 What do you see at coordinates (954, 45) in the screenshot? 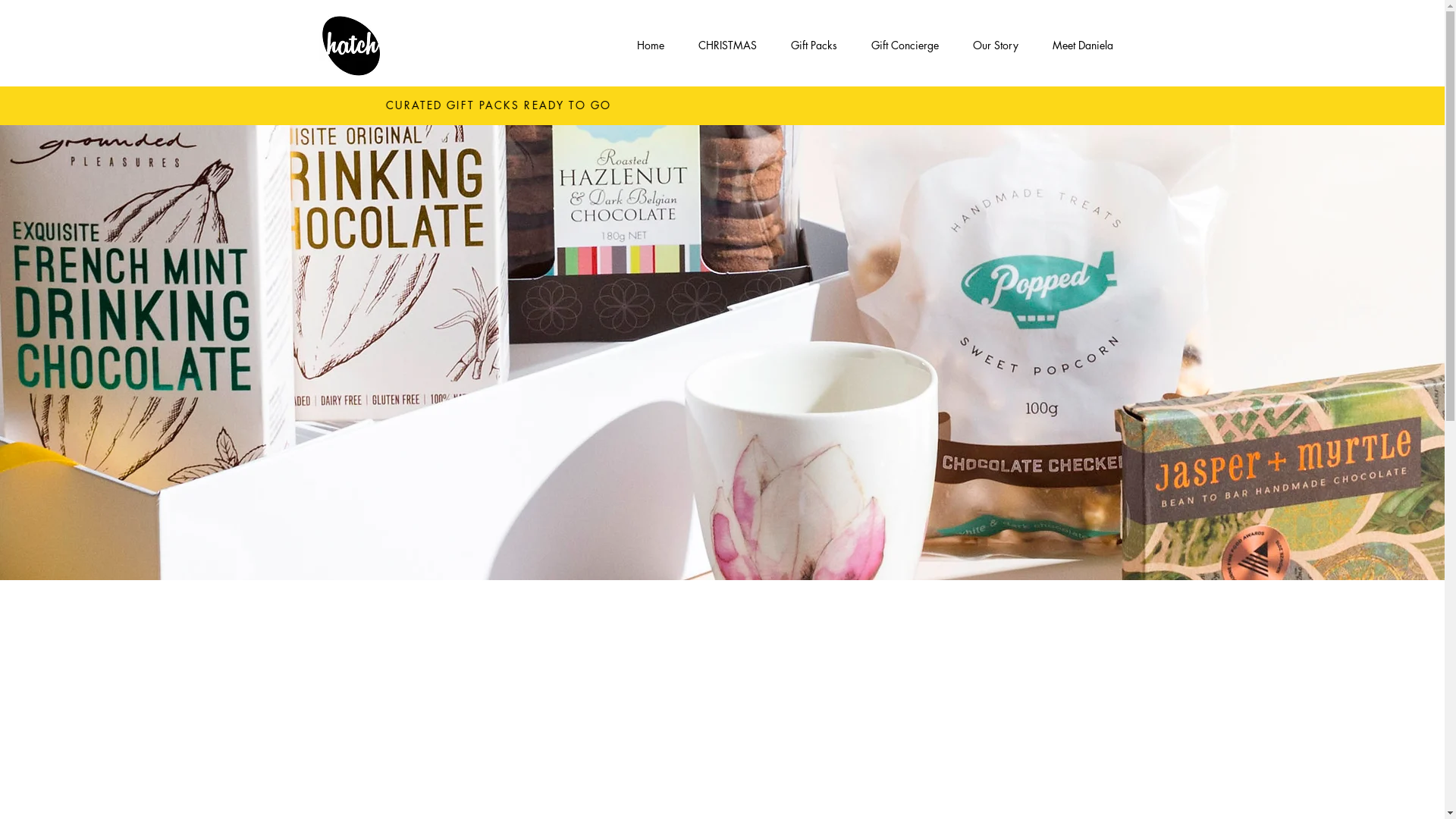
I see `'Our Story'` at bounding box center [954, 45].